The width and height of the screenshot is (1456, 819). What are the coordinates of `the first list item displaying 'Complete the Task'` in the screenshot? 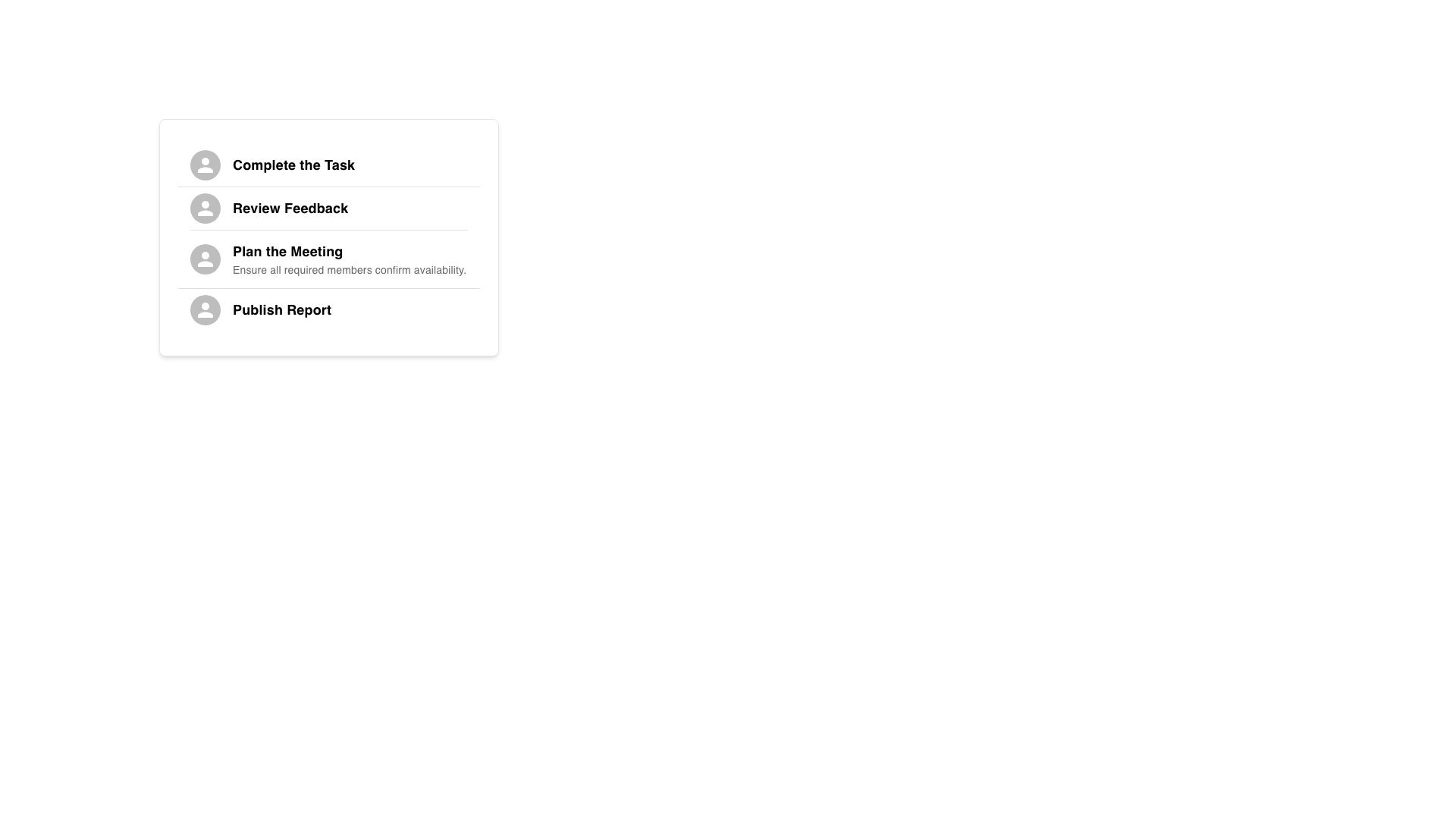 It's located at (328, 165).